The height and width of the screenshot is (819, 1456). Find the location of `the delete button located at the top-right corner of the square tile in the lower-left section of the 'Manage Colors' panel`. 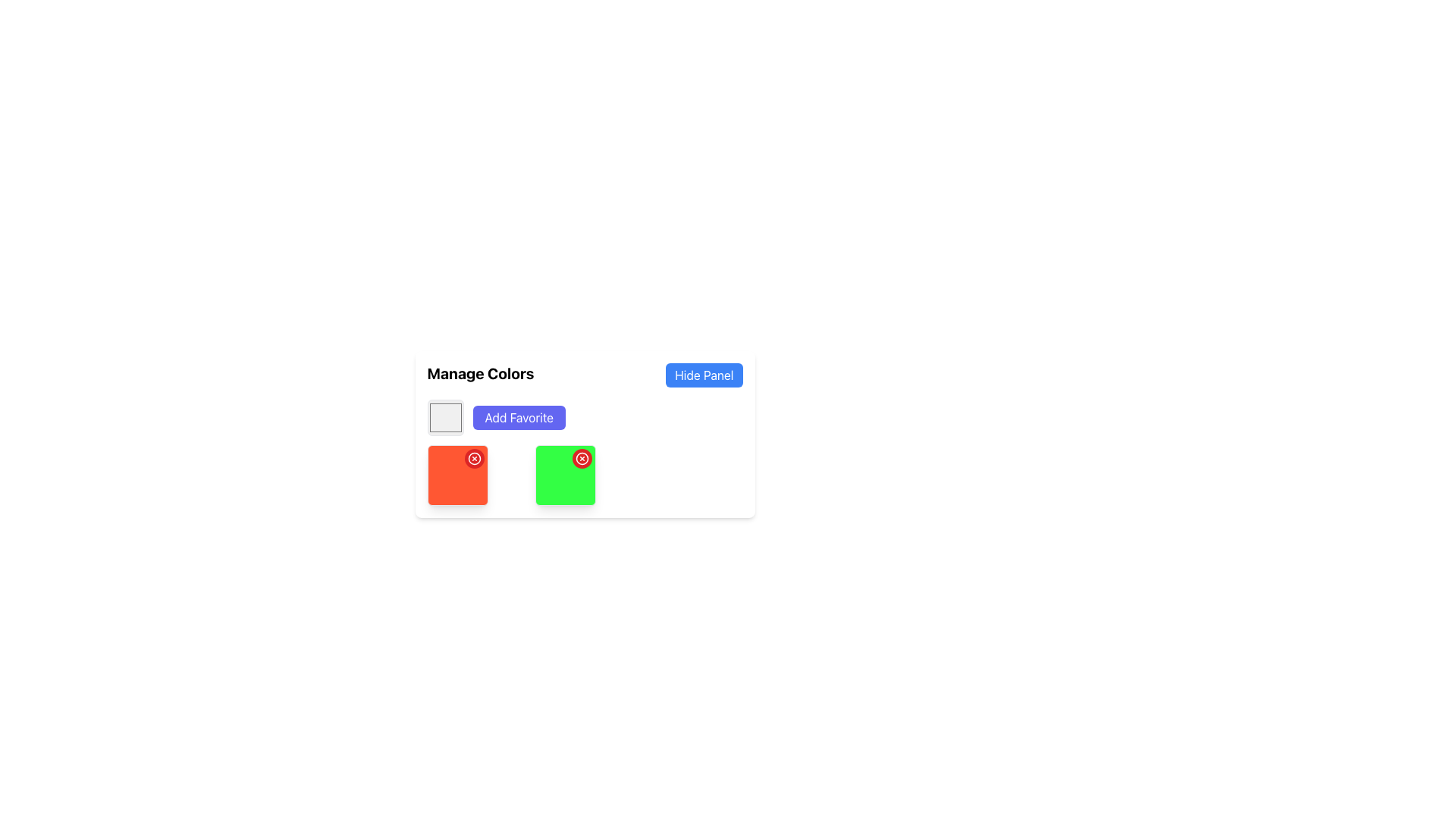

the delete button located at the top-right corner of the square tile in the lower-left section of the 'Manage Colors' panel is located at coordinates (473, 458).